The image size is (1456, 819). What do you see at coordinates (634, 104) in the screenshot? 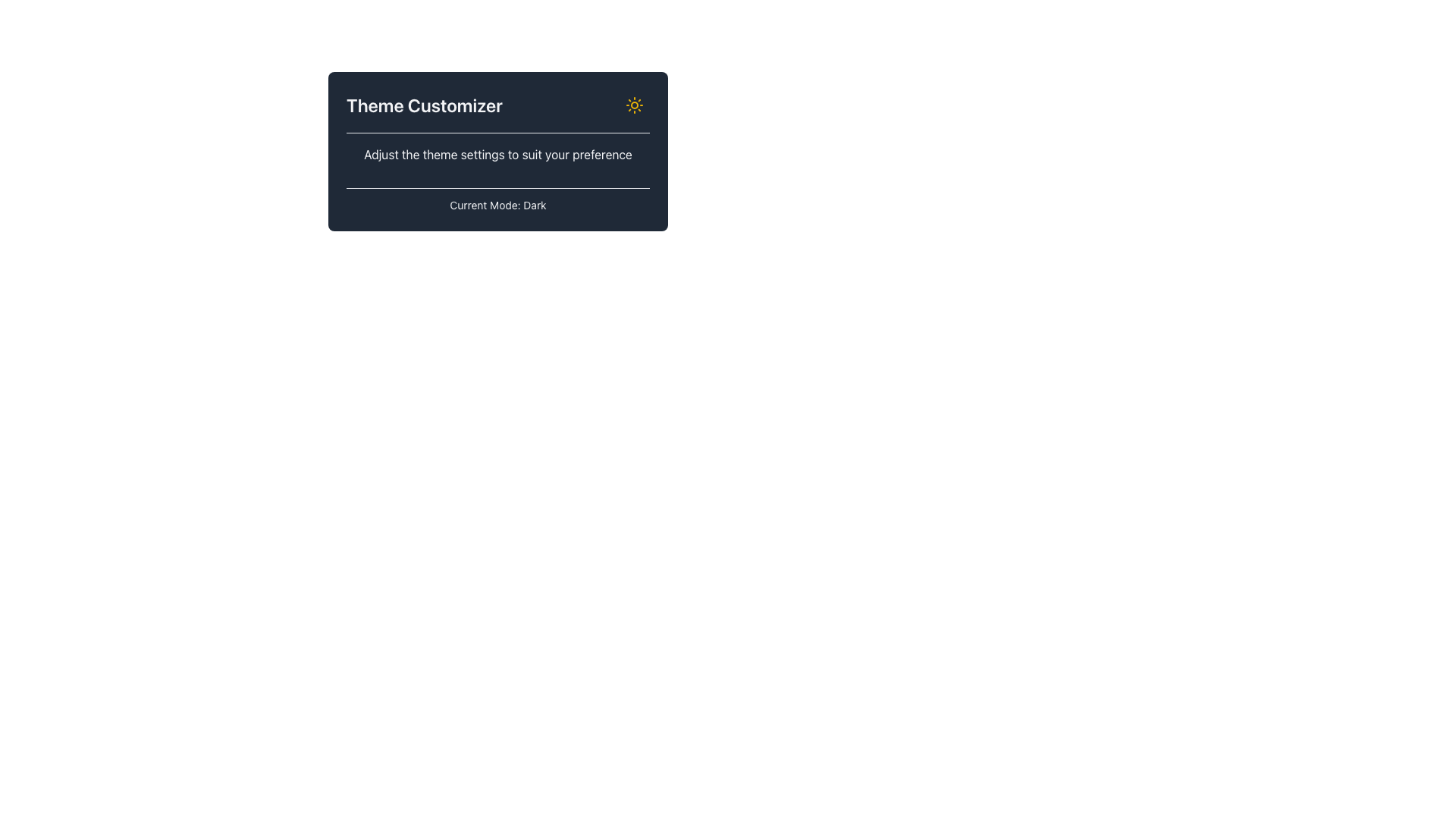
I see `the theme toggle icon located in the top-right section of the 'Theme Customizer' interface` at bounding box center [634, 104].